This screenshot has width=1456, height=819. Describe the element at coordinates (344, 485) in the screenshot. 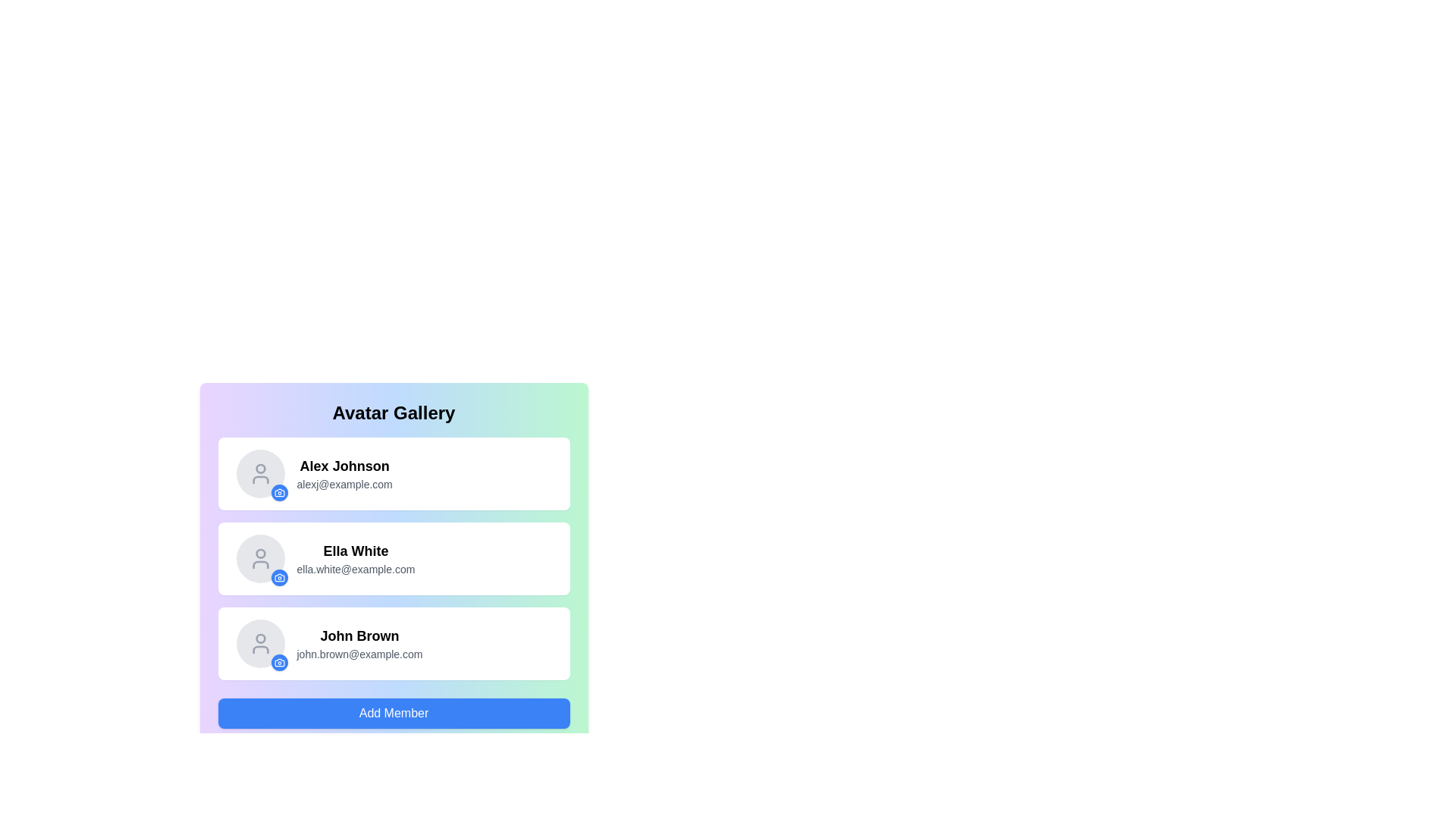

I see `the text label displaying the email address 'alexj@example.com' located below 'Alex Johnson' in the user information card` at that location.